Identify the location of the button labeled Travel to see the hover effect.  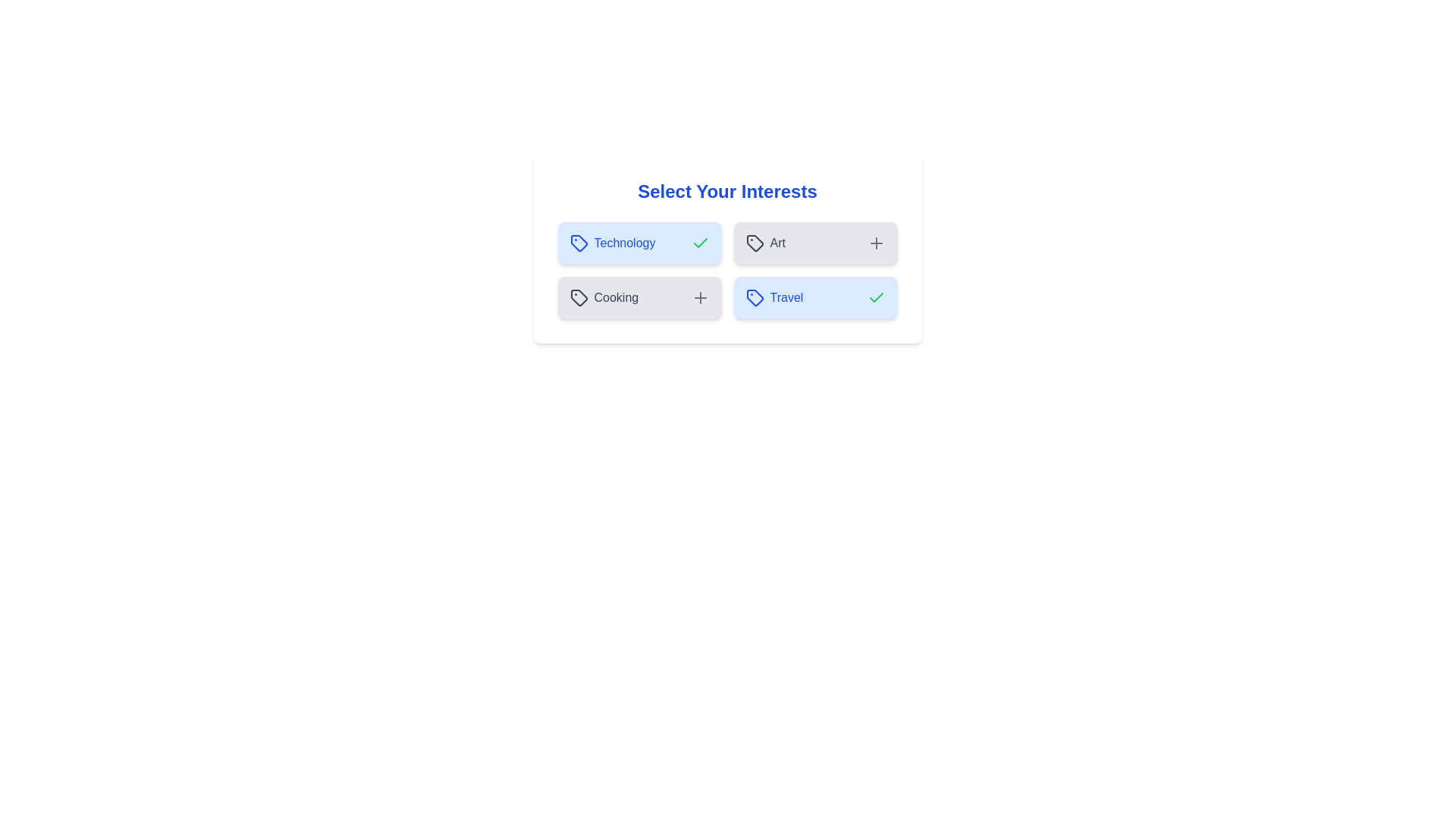
(814, 298).